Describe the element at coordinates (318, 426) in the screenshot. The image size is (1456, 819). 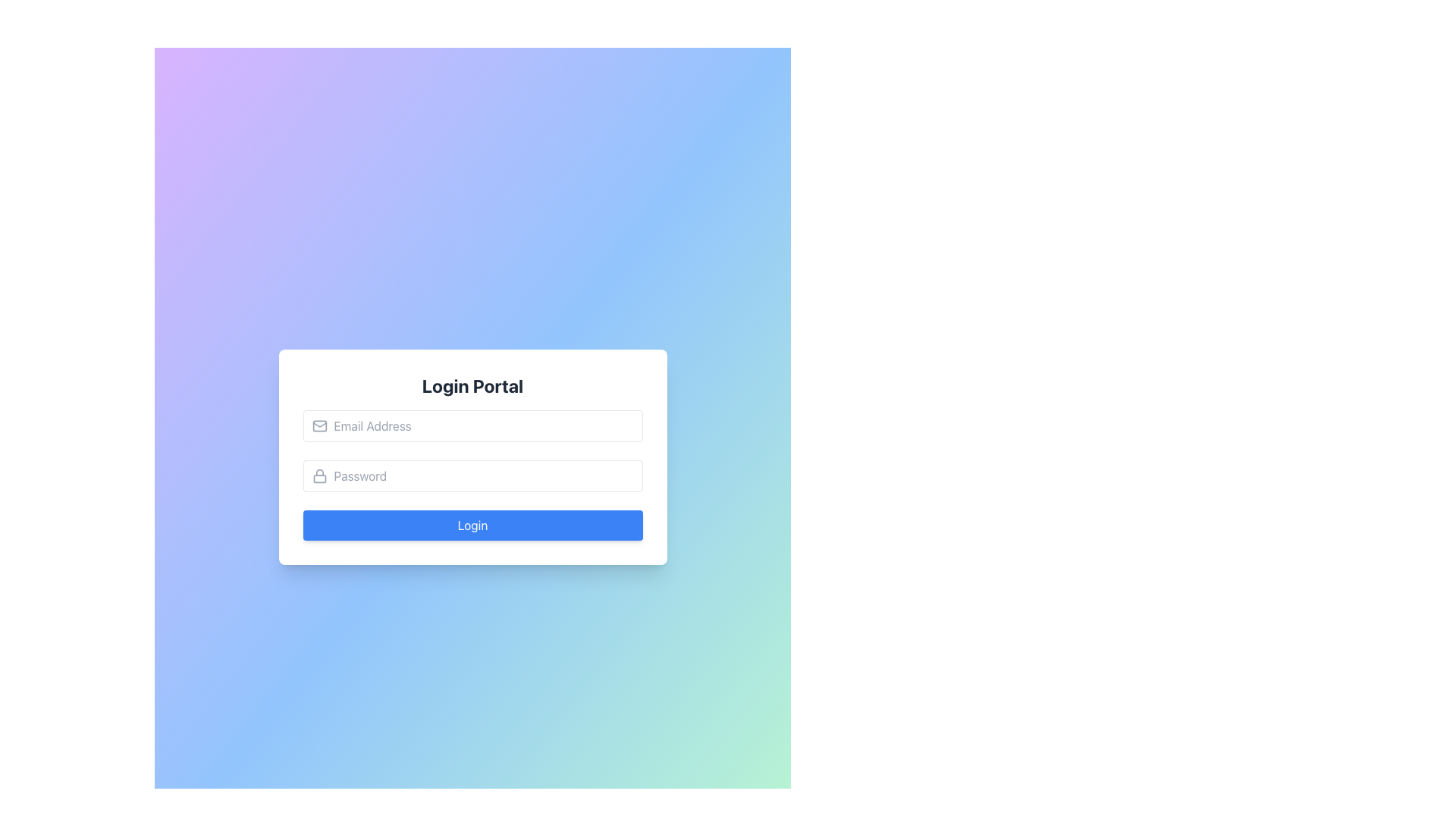
I see `the rectangular icon background component of the mail icon within the email input field of the login form` at that location.